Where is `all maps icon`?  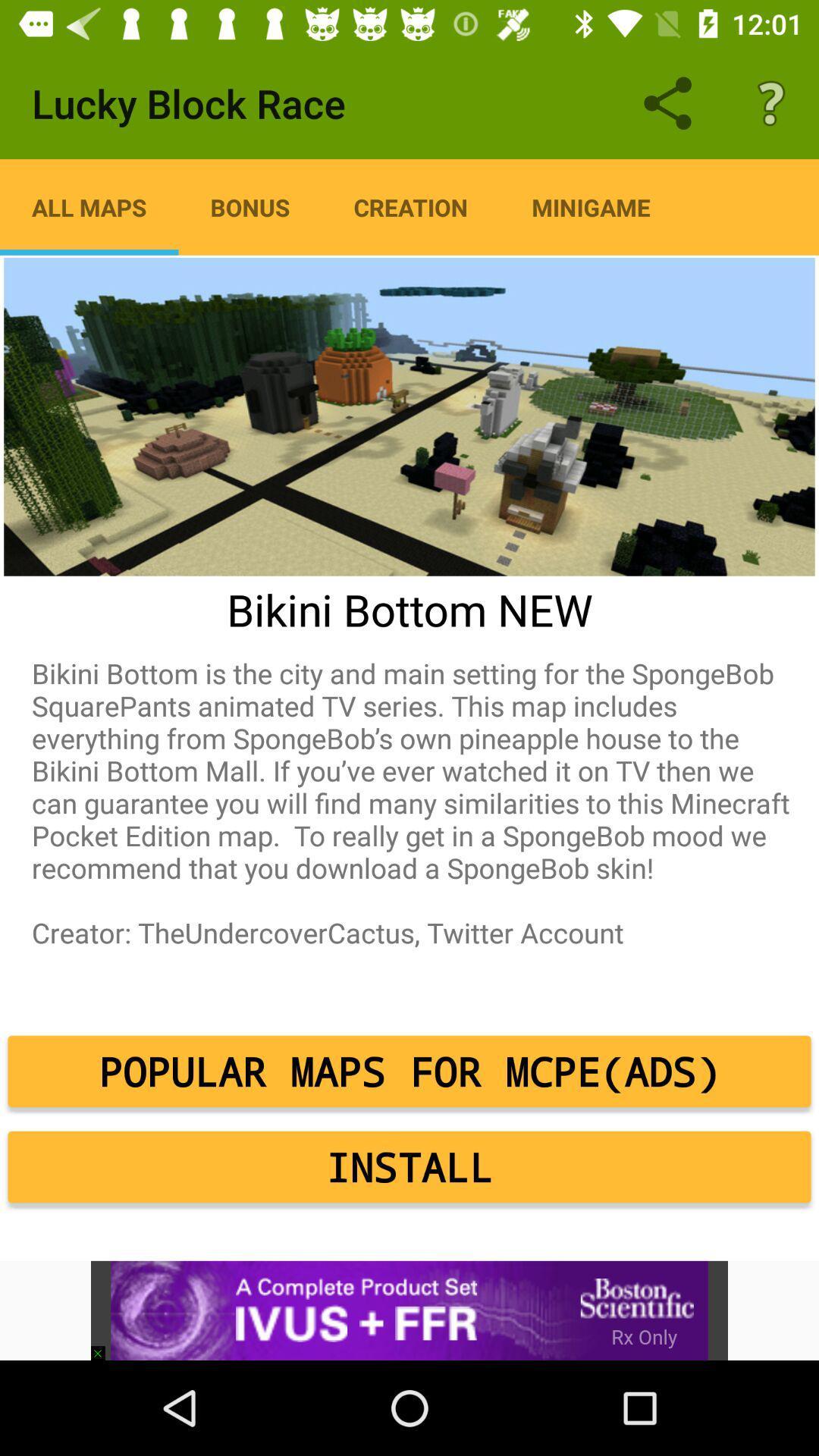 all maps icon is located at coordinates (89, 206).